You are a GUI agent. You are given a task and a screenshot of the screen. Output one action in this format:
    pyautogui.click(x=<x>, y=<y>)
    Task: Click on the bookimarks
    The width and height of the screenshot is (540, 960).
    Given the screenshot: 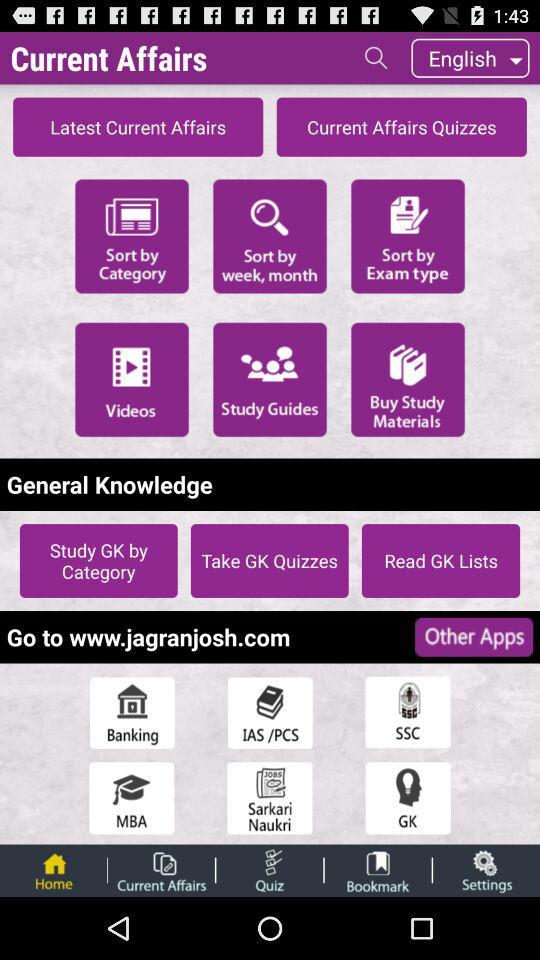 What is the action you would take?
    pyautogui.click(x=378, y=869)
    